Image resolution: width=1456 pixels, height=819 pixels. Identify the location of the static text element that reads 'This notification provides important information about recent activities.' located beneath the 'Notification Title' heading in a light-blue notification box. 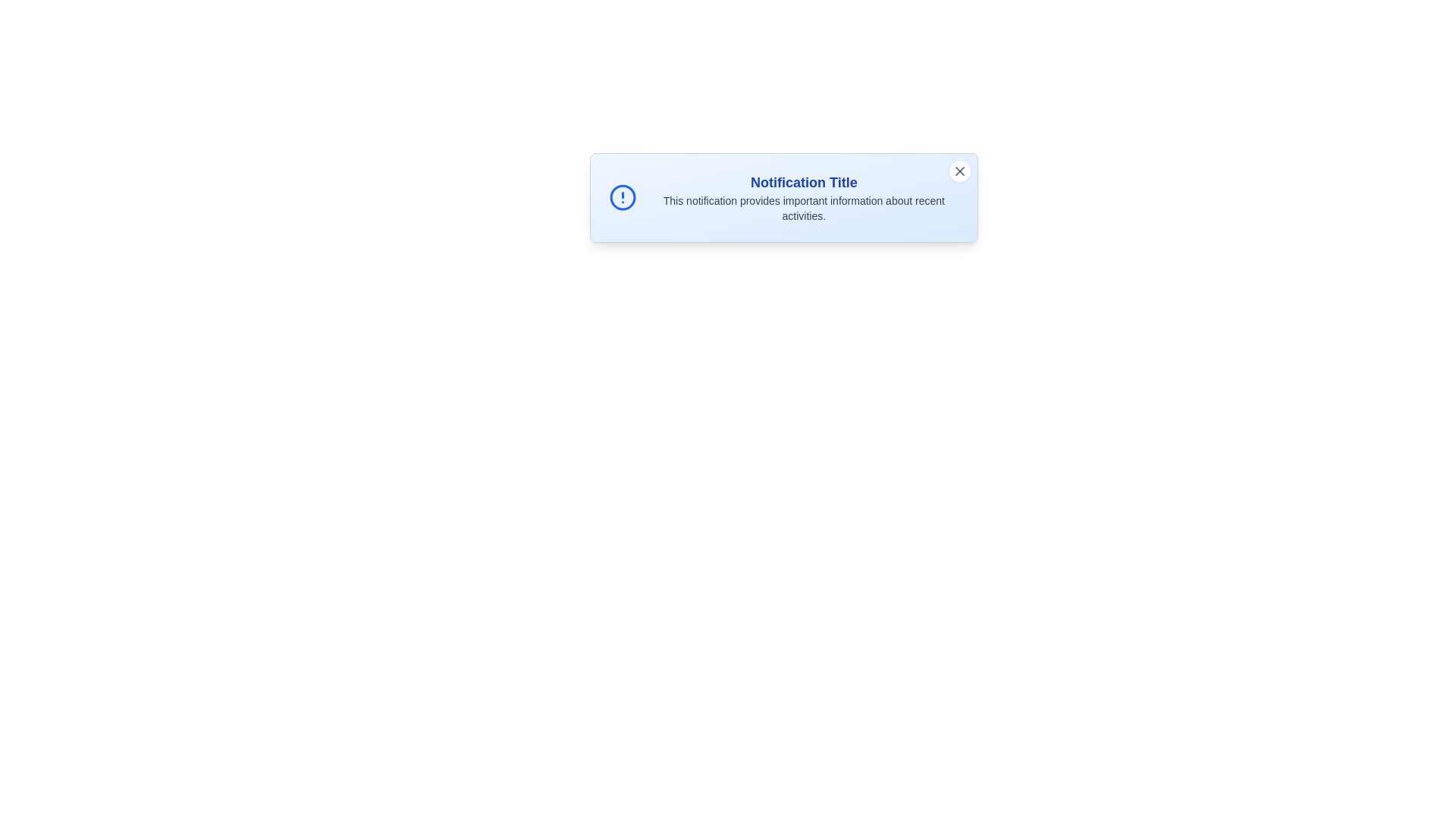
(803, 208).